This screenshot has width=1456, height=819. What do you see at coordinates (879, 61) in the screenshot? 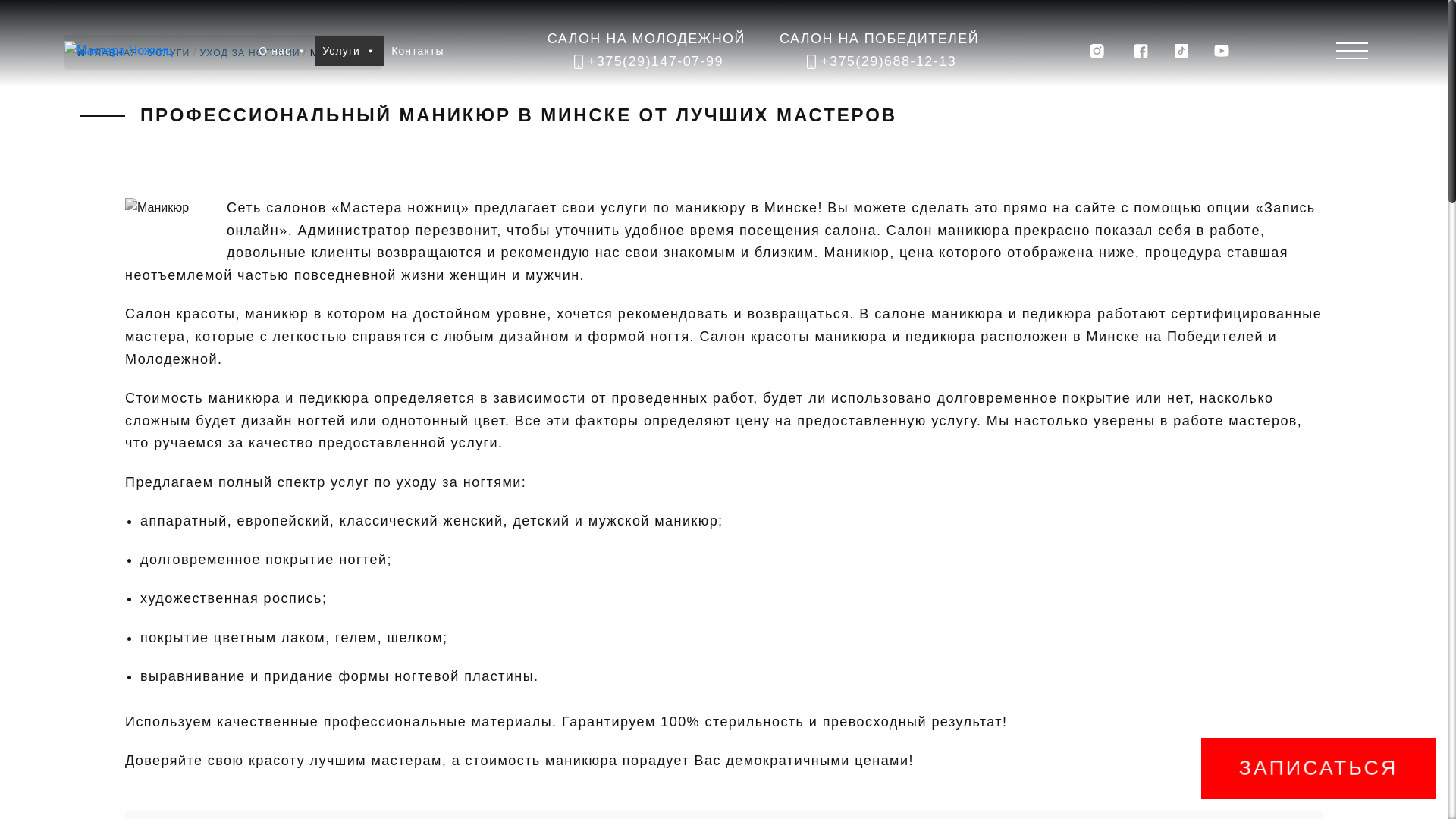
I see `'+375(29)688-12-13'` at bounding box center [879, 61].